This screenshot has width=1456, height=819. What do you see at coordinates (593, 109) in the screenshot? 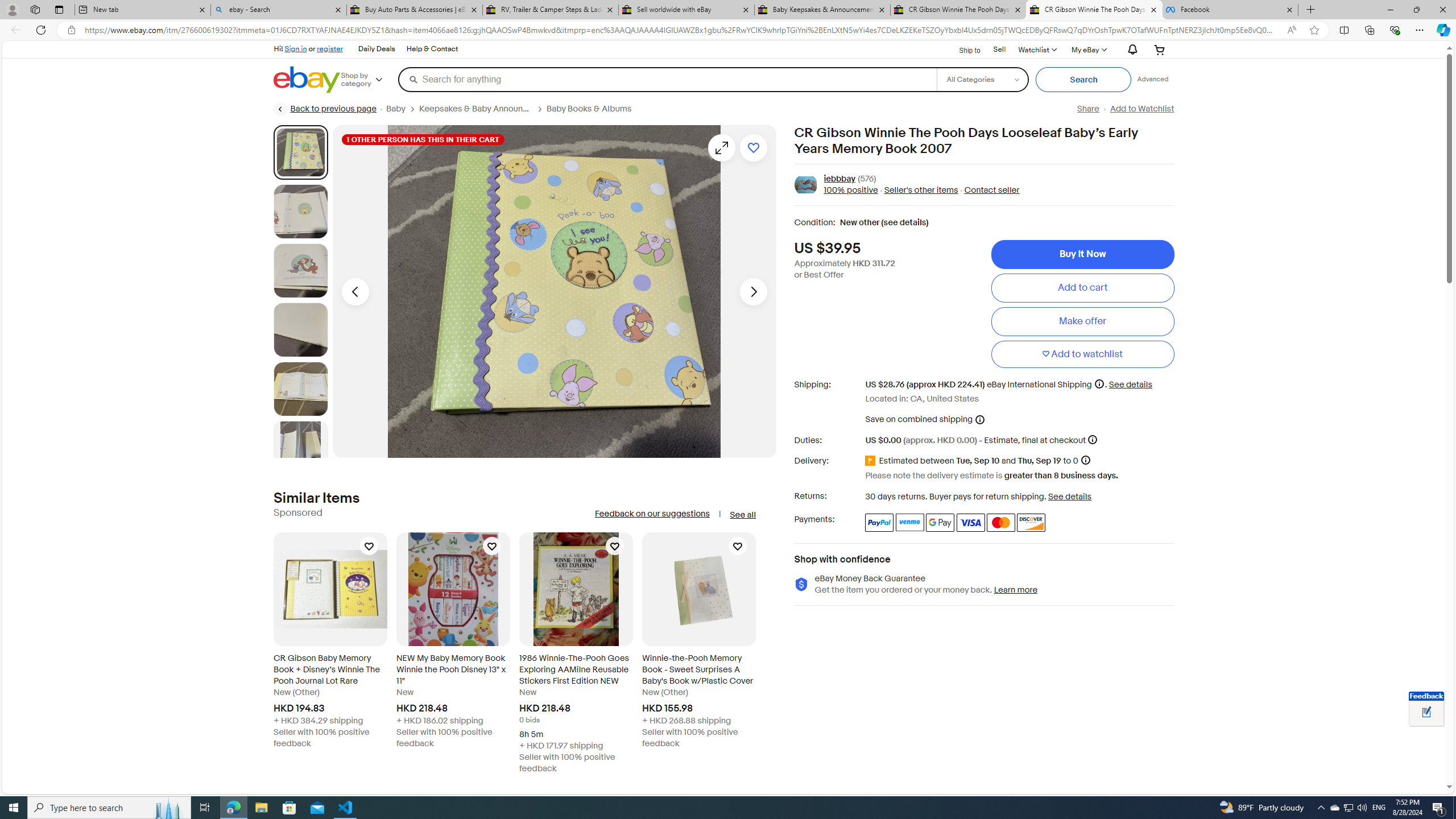
I see `'Baby Books & Albums'` at bounding box center [593, 109].